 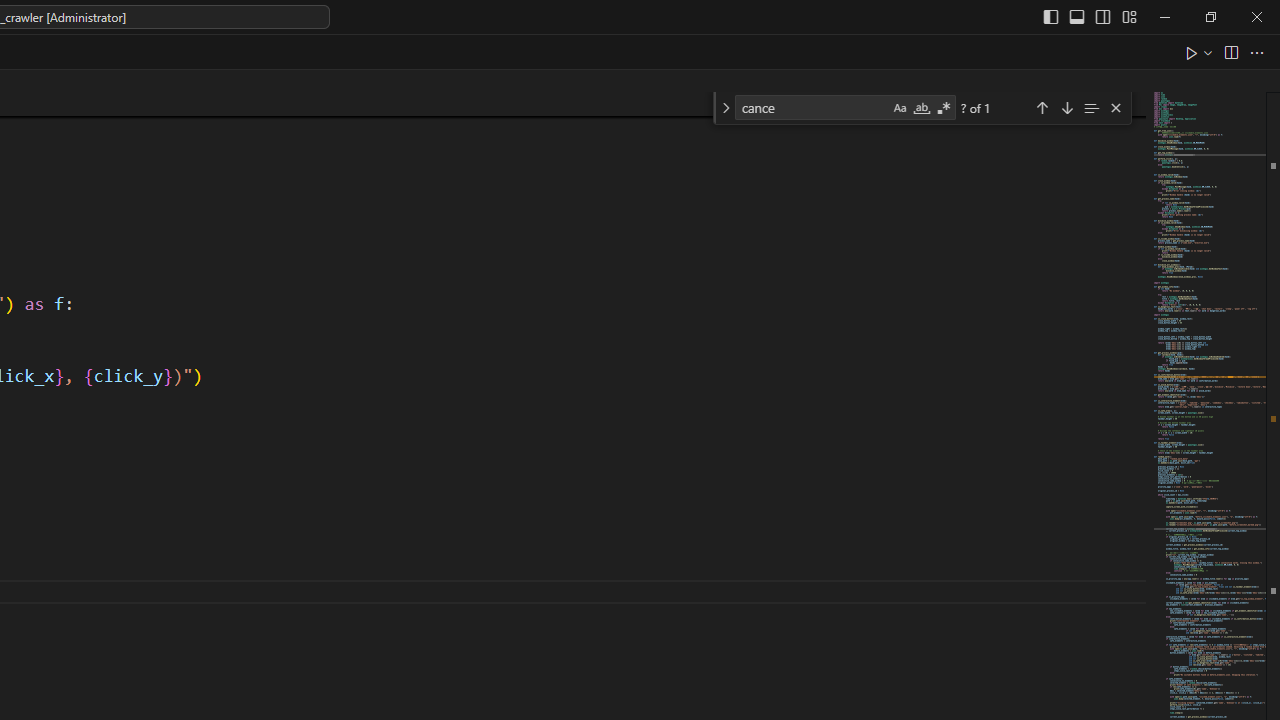 What do you see at coordinates (1128, 16) in the screenshot?
I see `'Customize Layout...'` at bounding box center [1128, 16].